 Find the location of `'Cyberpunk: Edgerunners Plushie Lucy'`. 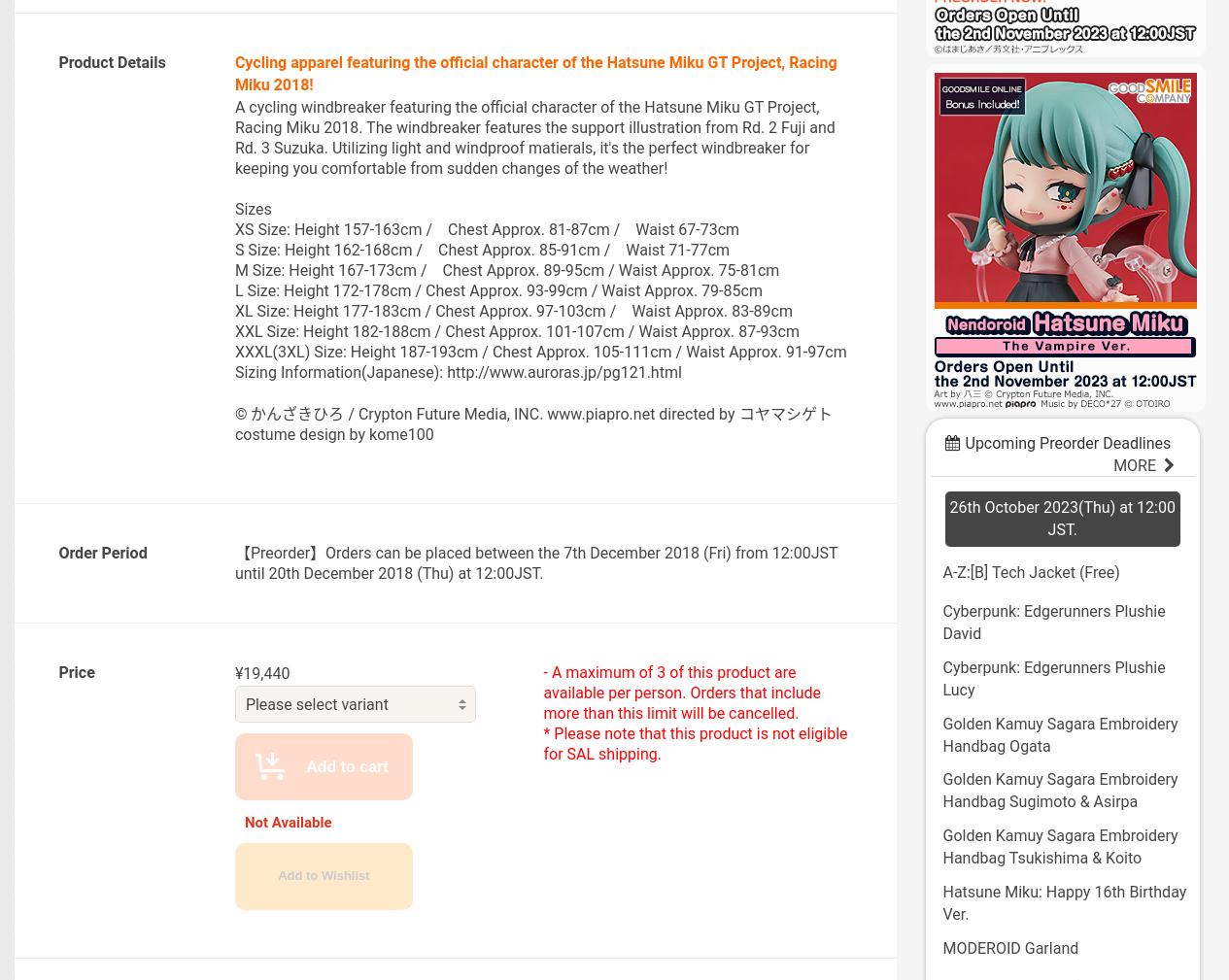

'Cyberpunk: Edgerunners Plushie Lucy' is located at coordinates (1052, 678).